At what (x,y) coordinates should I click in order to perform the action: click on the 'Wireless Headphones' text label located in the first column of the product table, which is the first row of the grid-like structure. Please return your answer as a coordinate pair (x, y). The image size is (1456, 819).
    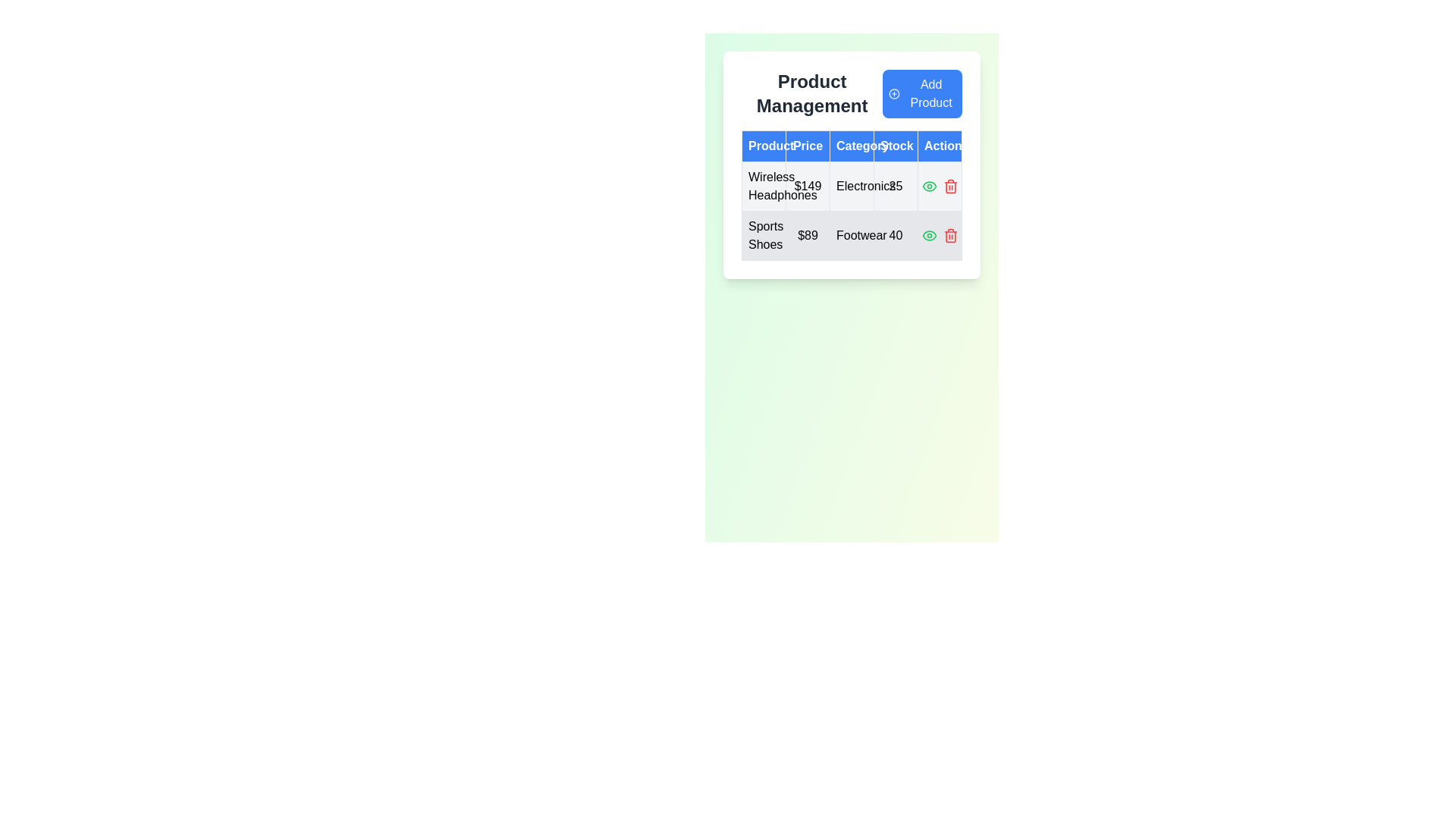
    Looking at the image, I should click on (764, 186).